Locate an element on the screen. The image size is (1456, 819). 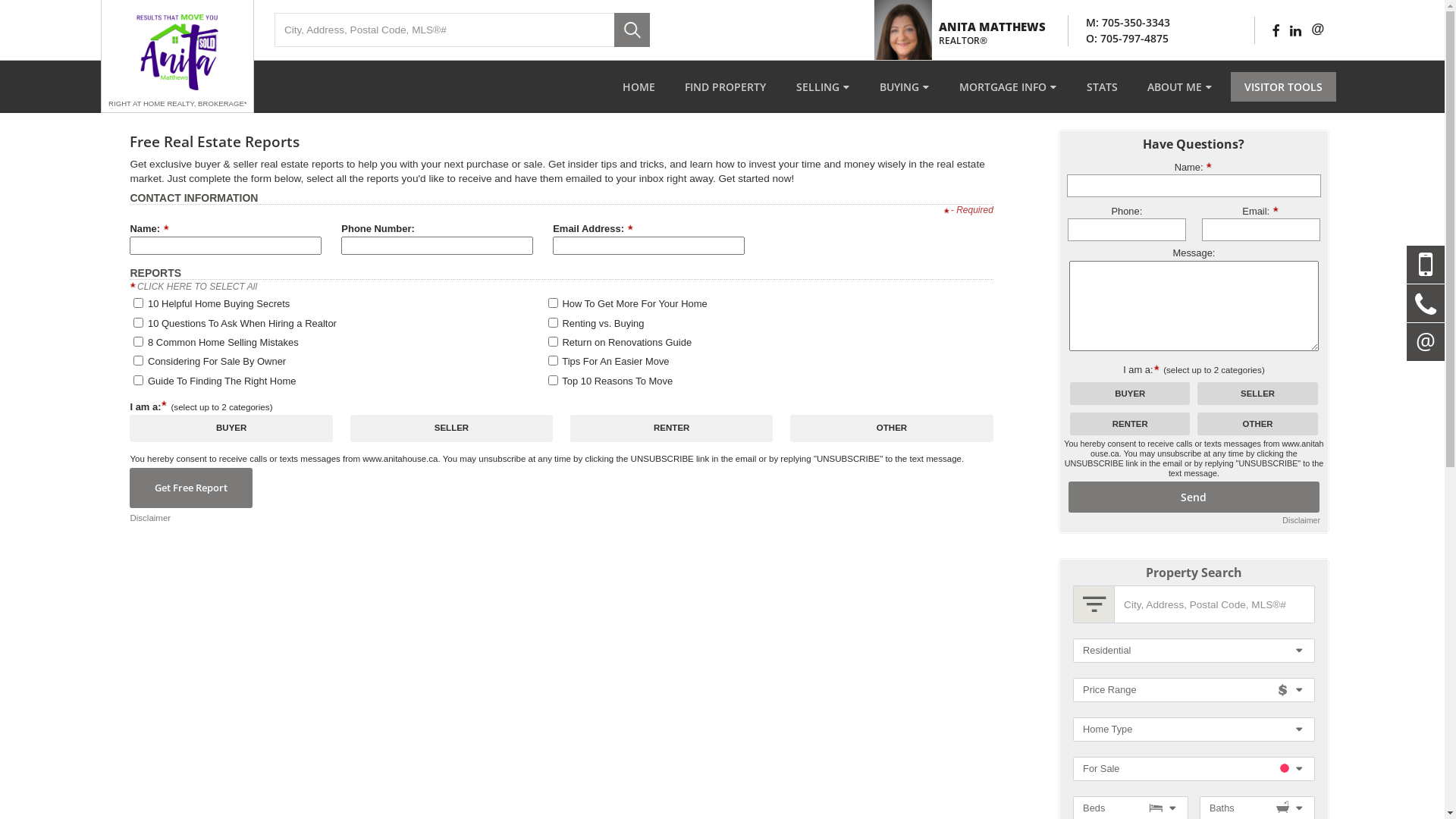
'Search by' is located at coordinates (1094, 604).